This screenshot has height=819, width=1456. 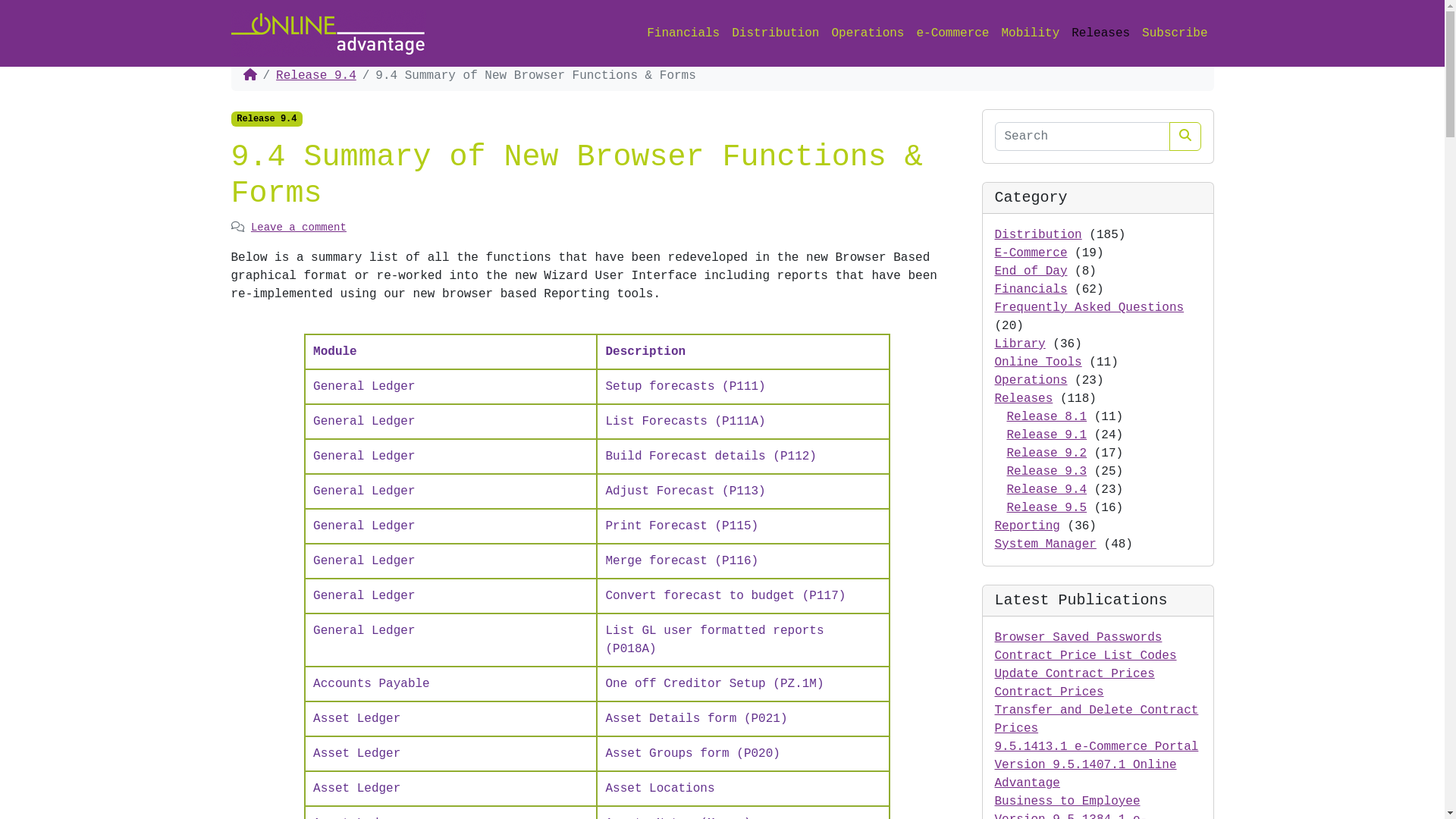 I want to click on 'System Manager', so click(x=1044, y=543).